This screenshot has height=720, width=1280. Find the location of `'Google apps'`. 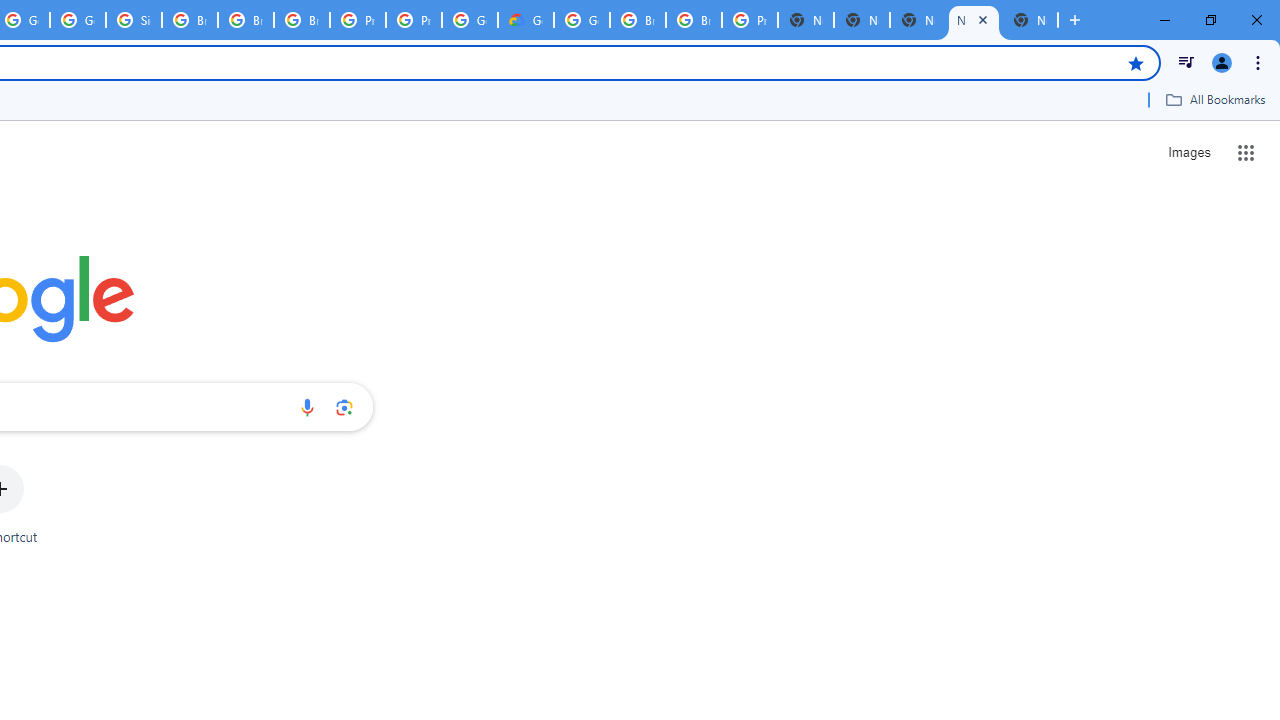

'Google apps' is located at coordinates (1245, 152).